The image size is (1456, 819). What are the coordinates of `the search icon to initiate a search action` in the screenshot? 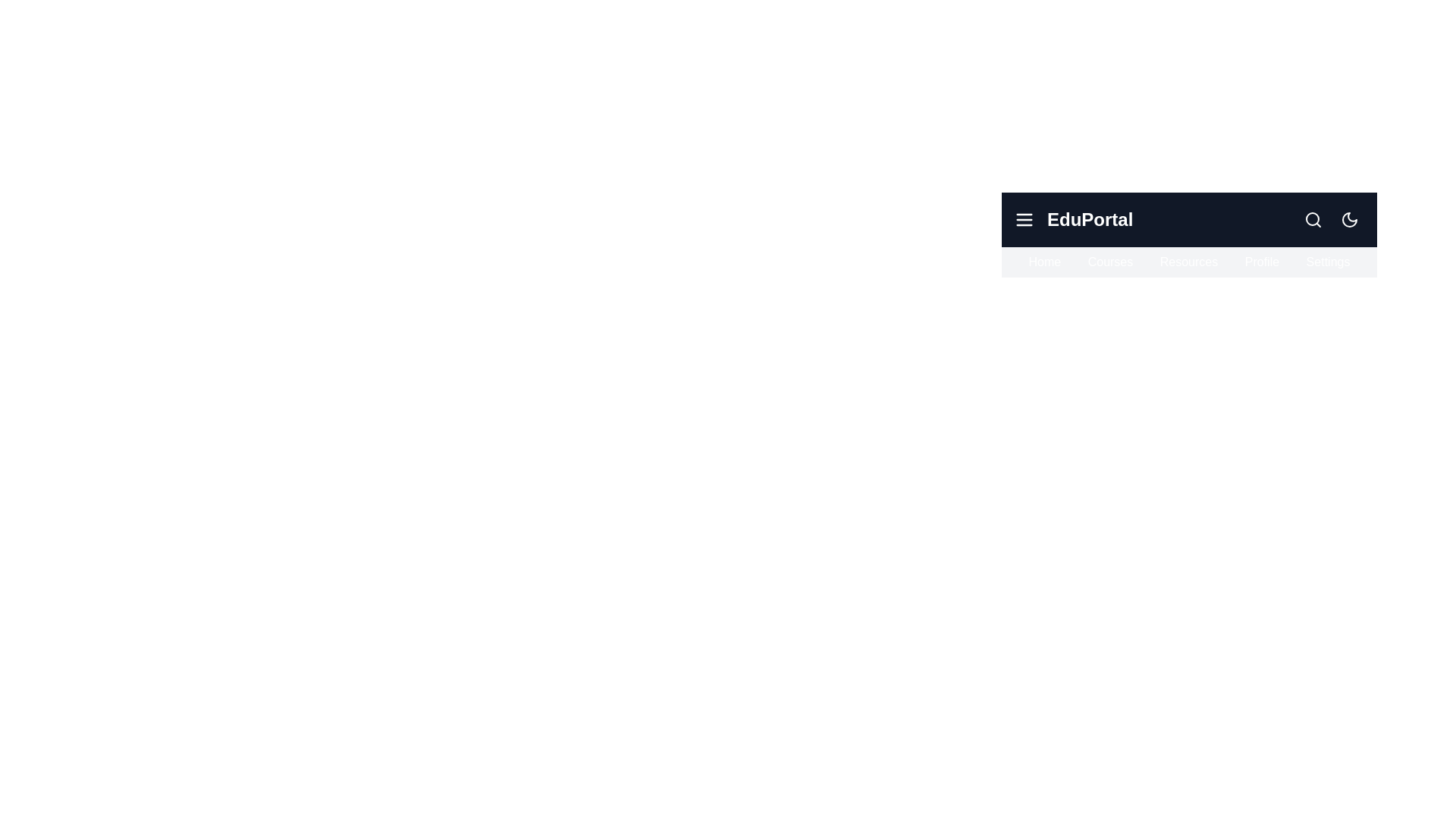 It's located at (1313, 219).